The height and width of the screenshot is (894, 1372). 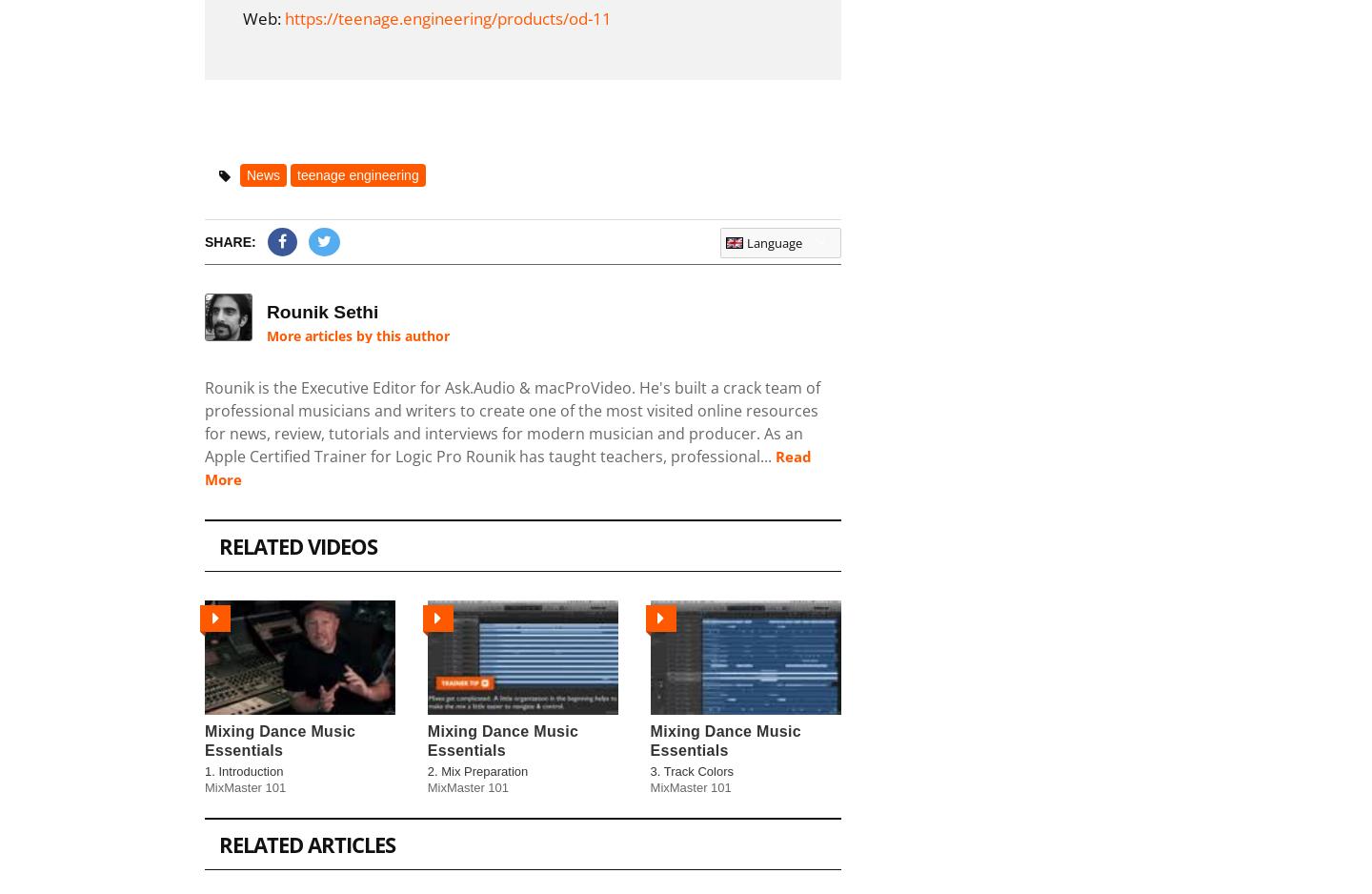 I want to click on 'Read More', so click(x=507, y=467).